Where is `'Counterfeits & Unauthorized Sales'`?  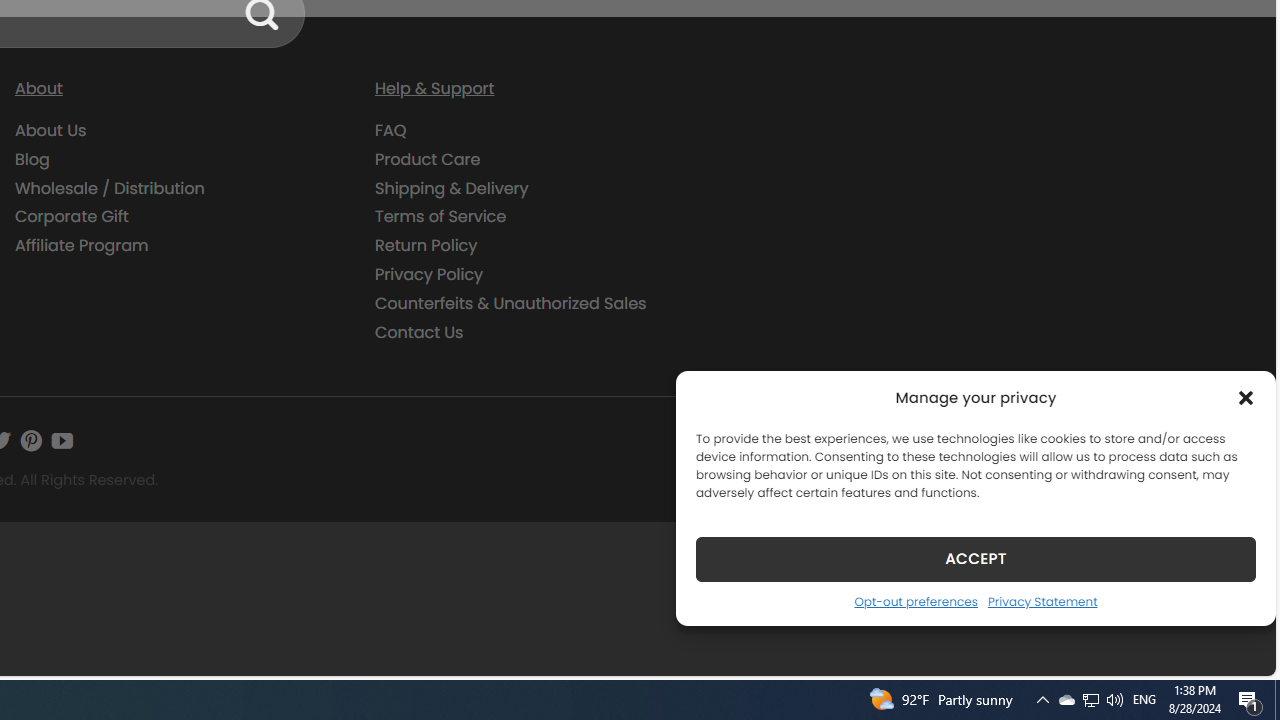 'Counterfeits & Unauthorized Sales' is located at coordinates (540, 303).